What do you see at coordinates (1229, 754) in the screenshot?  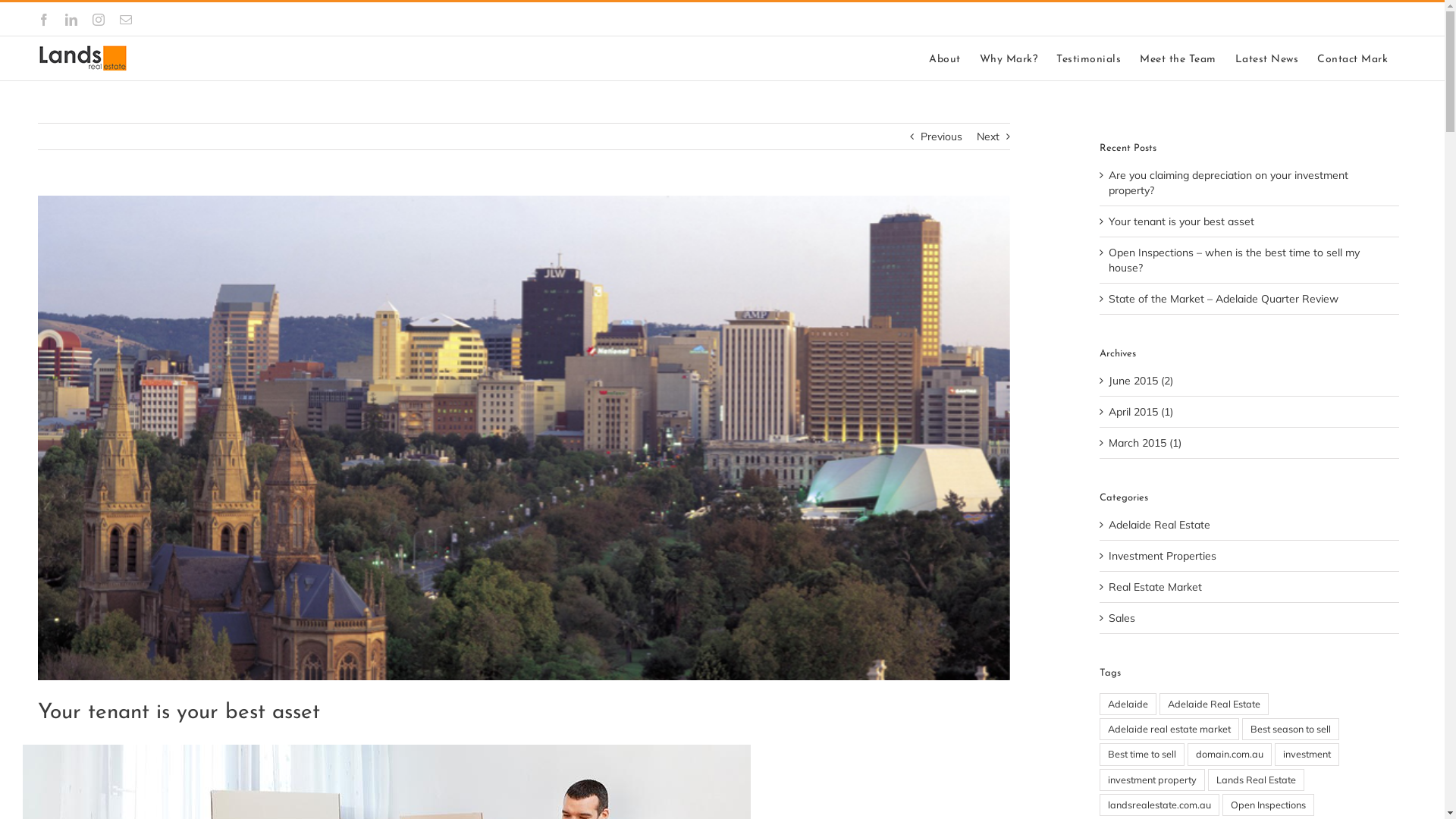 I see `'domain.com.au'` at bounding box center [1229, 754].